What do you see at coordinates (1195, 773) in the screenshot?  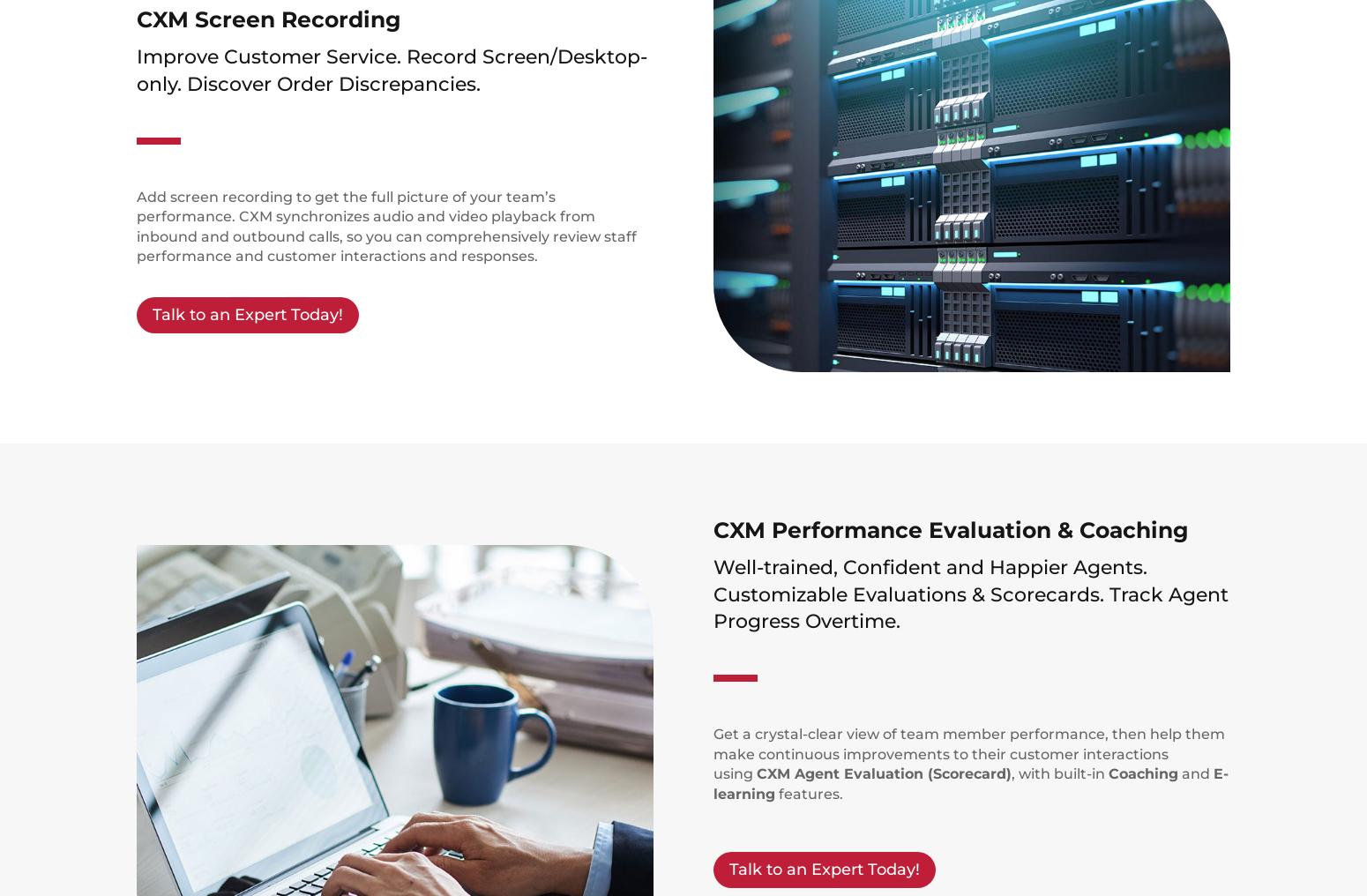 I see `'and'` at bounding box center [1195, 773].